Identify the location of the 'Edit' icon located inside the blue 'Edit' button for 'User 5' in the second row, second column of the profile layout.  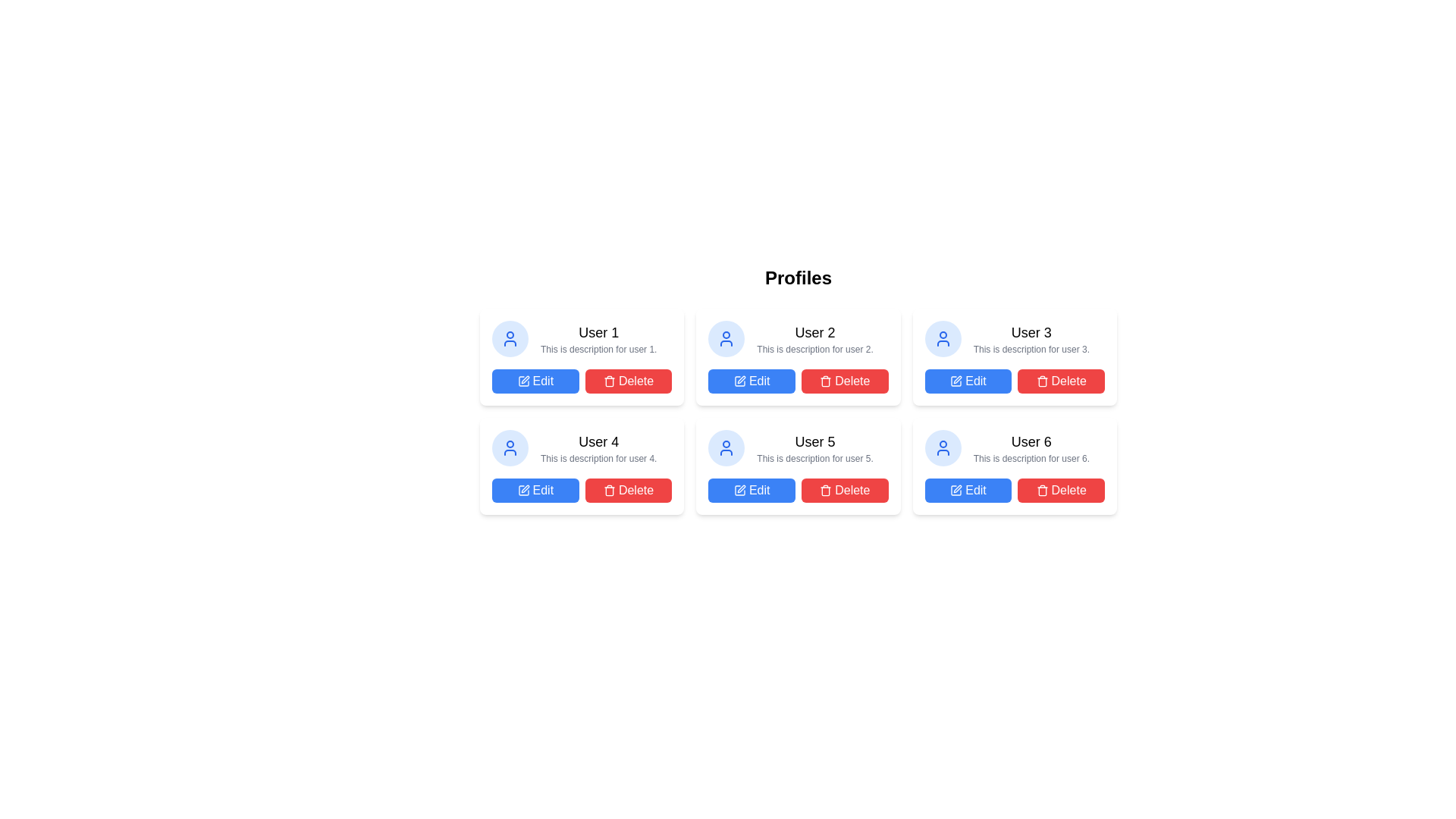
(739, 491).